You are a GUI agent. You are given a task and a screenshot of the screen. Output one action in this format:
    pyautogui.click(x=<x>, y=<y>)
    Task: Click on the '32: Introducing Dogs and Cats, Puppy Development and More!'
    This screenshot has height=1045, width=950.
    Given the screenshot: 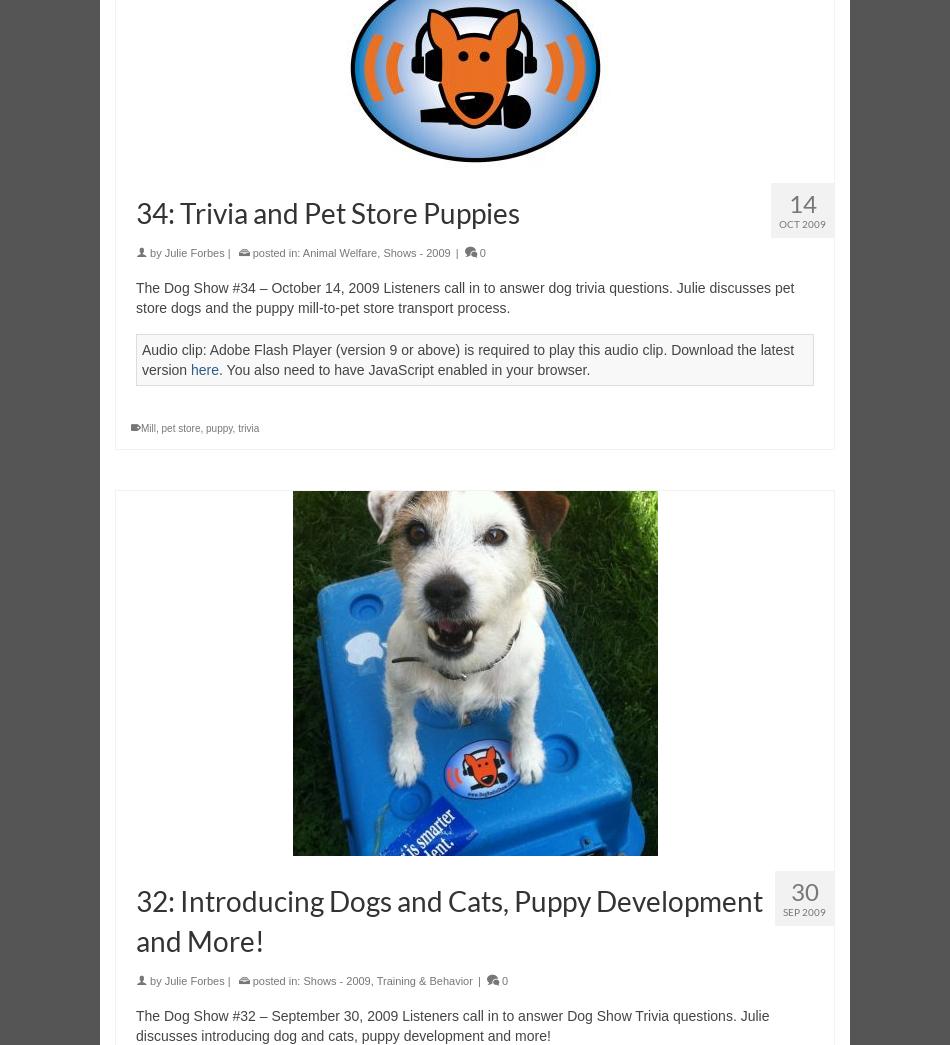 What is the action you would take?
    pyautogui.click(x=448, y=920)
    